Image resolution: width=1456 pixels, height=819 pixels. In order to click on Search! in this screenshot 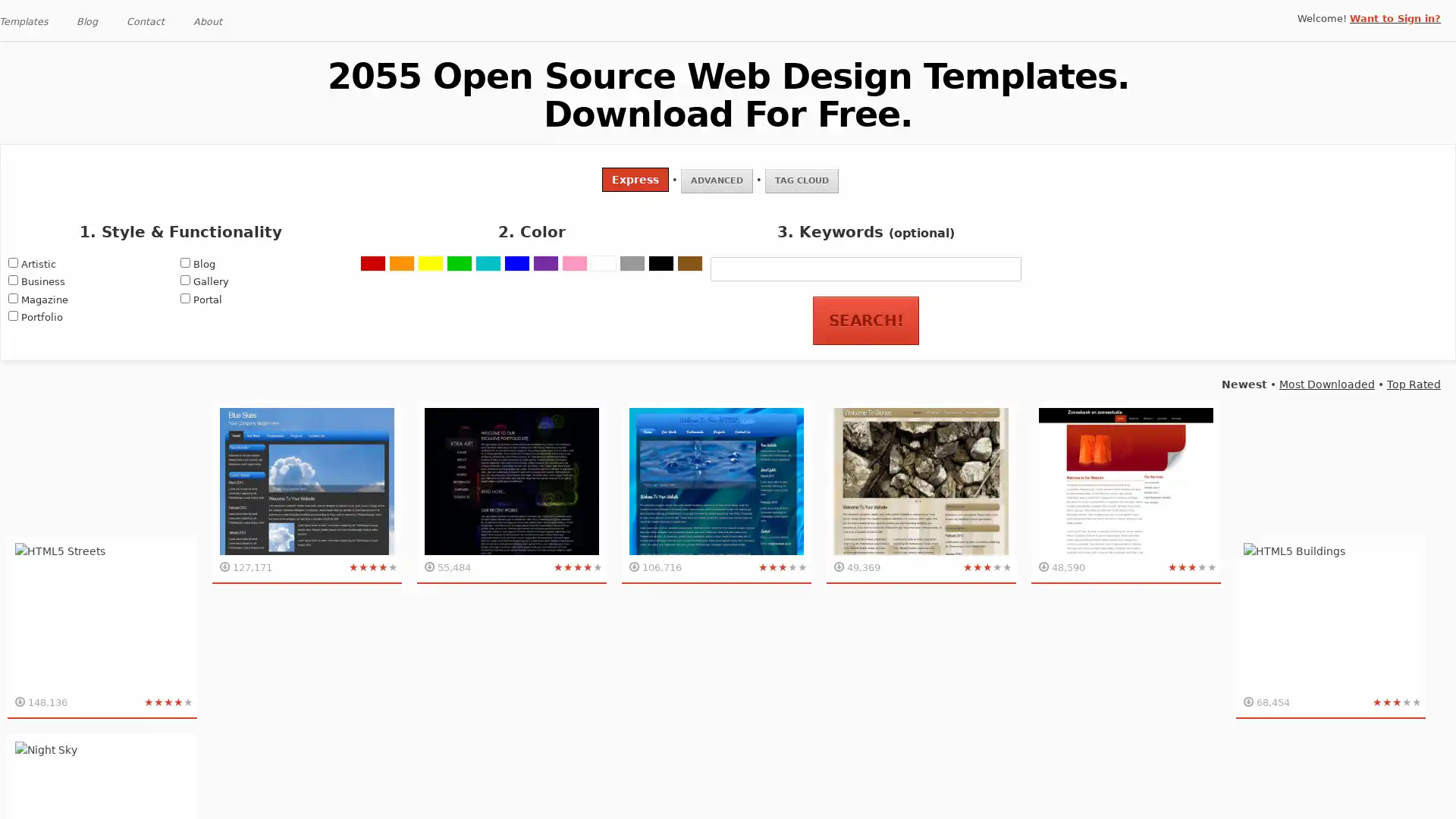, I will do `click(866, 320)`.